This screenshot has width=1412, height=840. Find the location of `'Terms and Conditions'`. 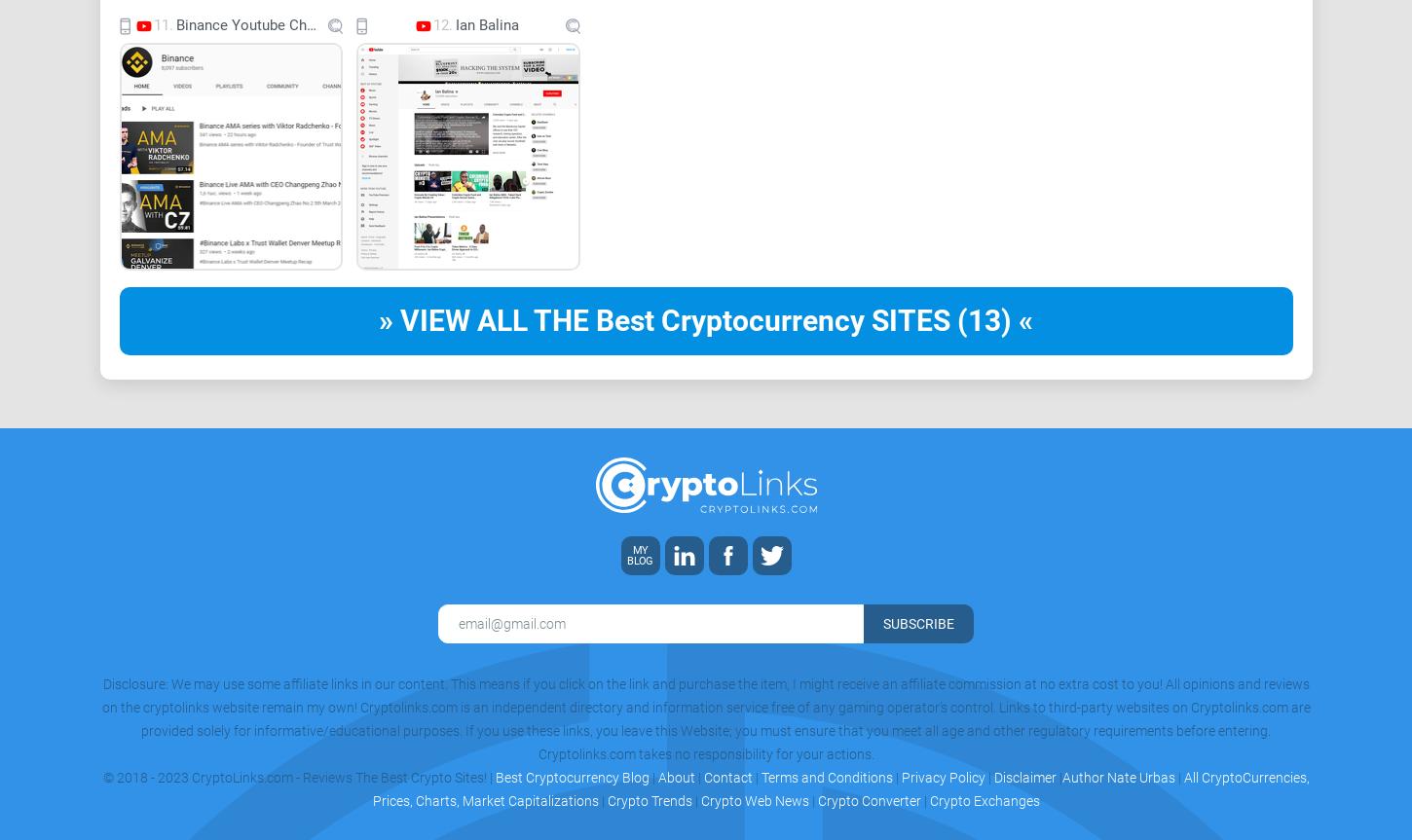

'Terms and Conditions' is located at coordinates (825, 776).